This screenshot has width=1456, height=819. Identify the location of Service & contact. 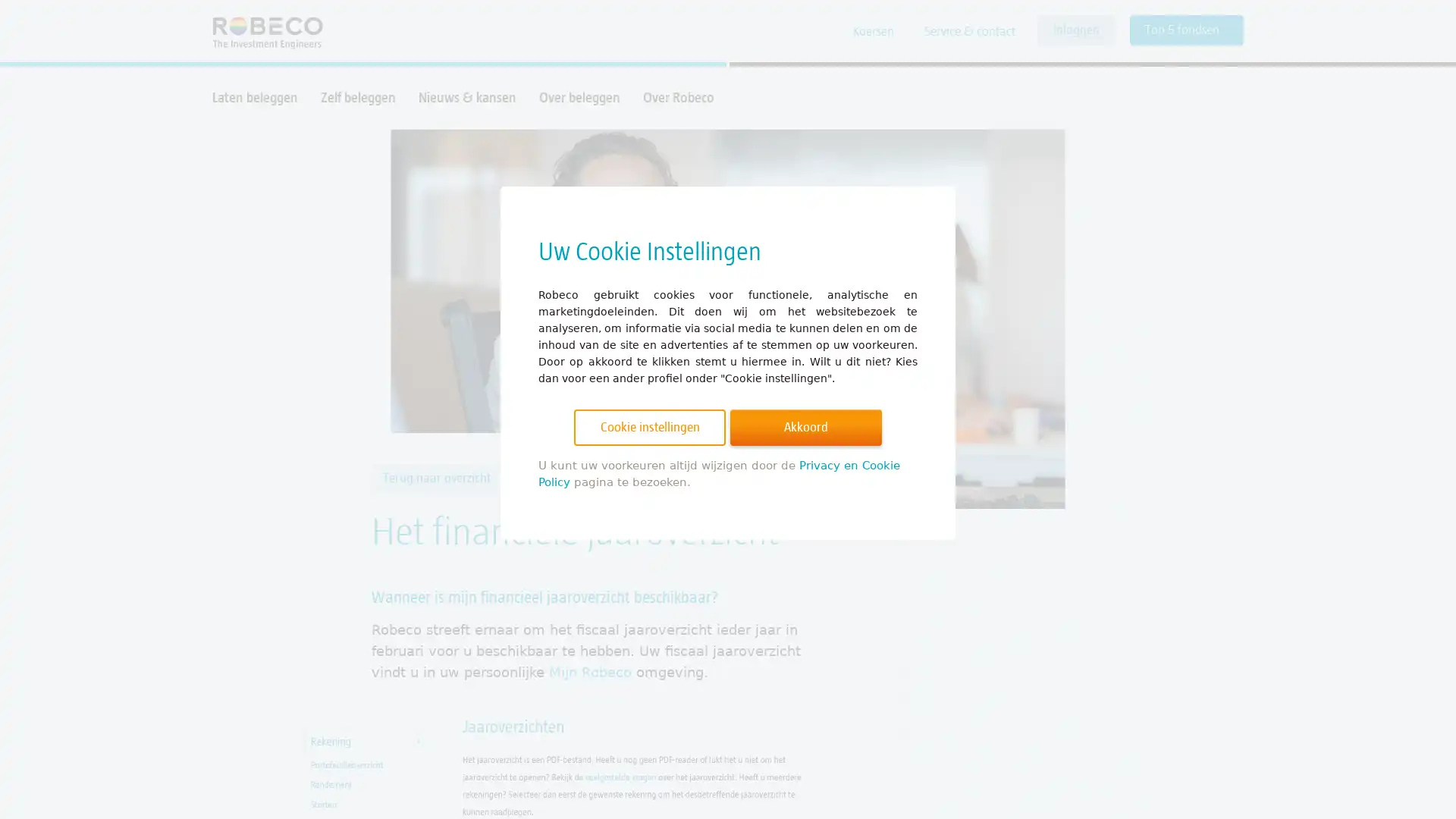
(968, 32).